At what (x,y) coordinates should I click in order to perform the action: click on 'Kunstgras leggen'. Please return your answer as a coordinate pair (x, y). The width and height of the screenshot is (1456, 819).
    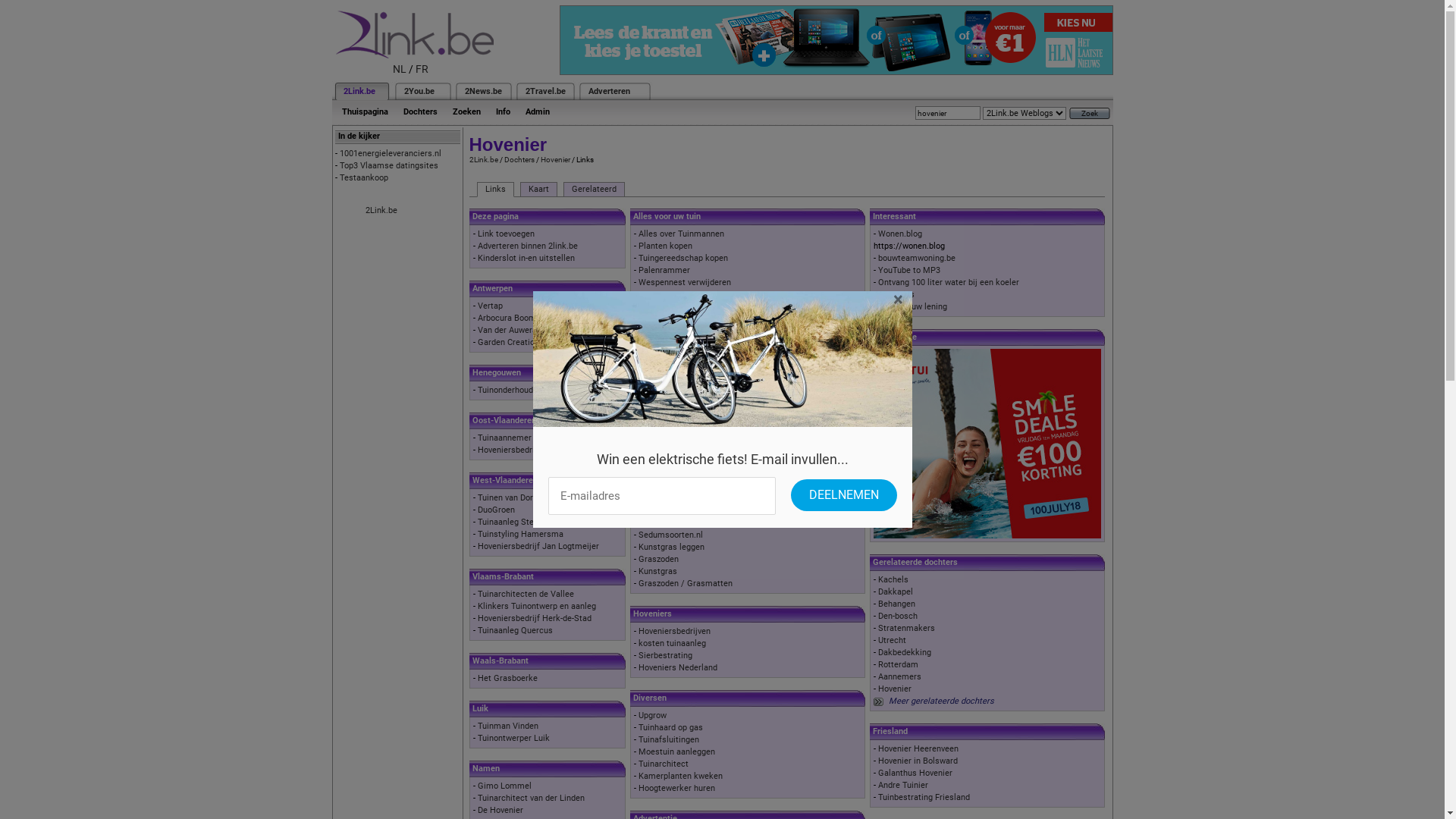
    Looking at the image, I should click on (638, 547).